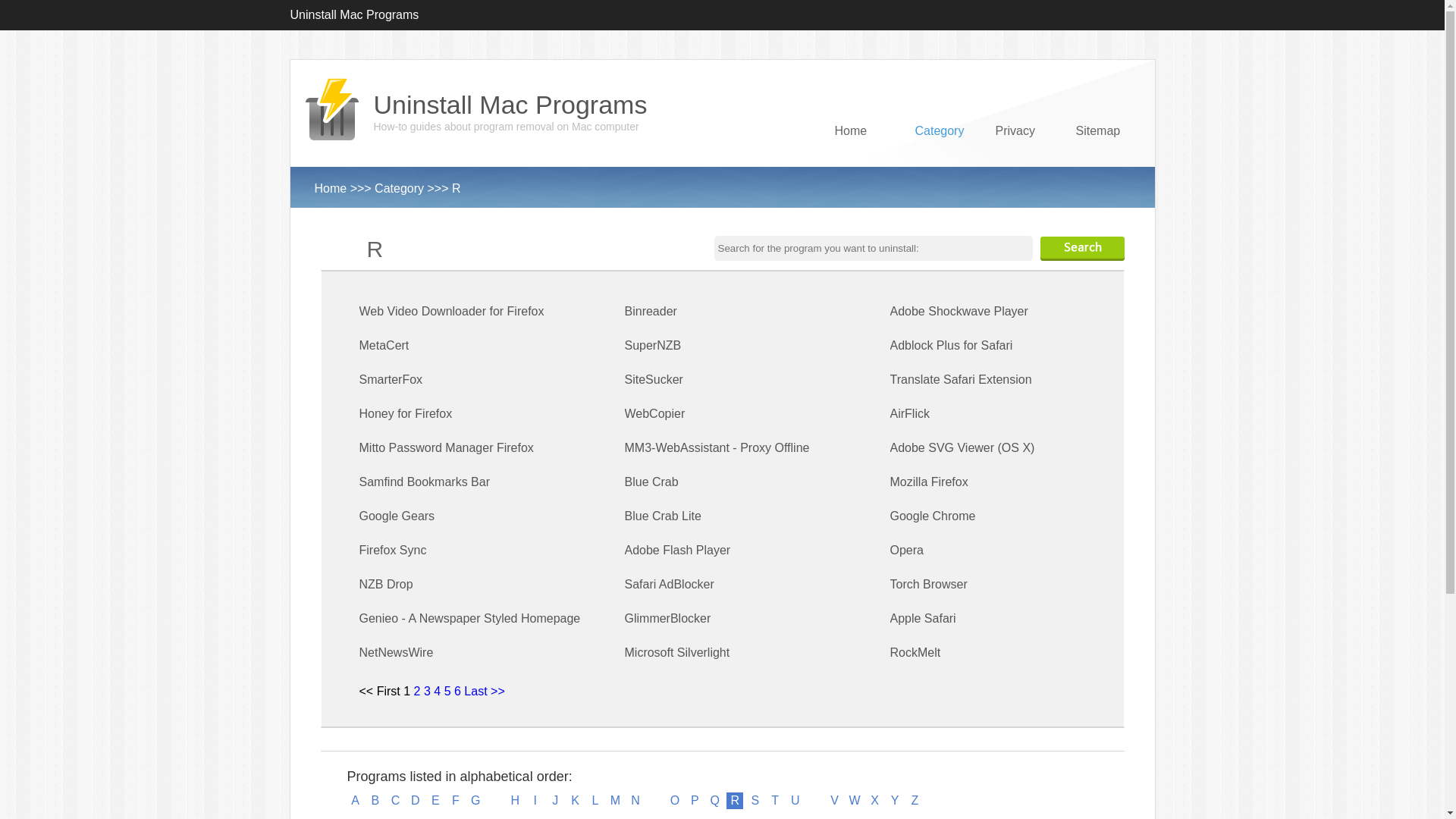  Describe the element at coordinates (676, 651) in the screenshot. I see `'Microsoft Silverlight'` at that location.